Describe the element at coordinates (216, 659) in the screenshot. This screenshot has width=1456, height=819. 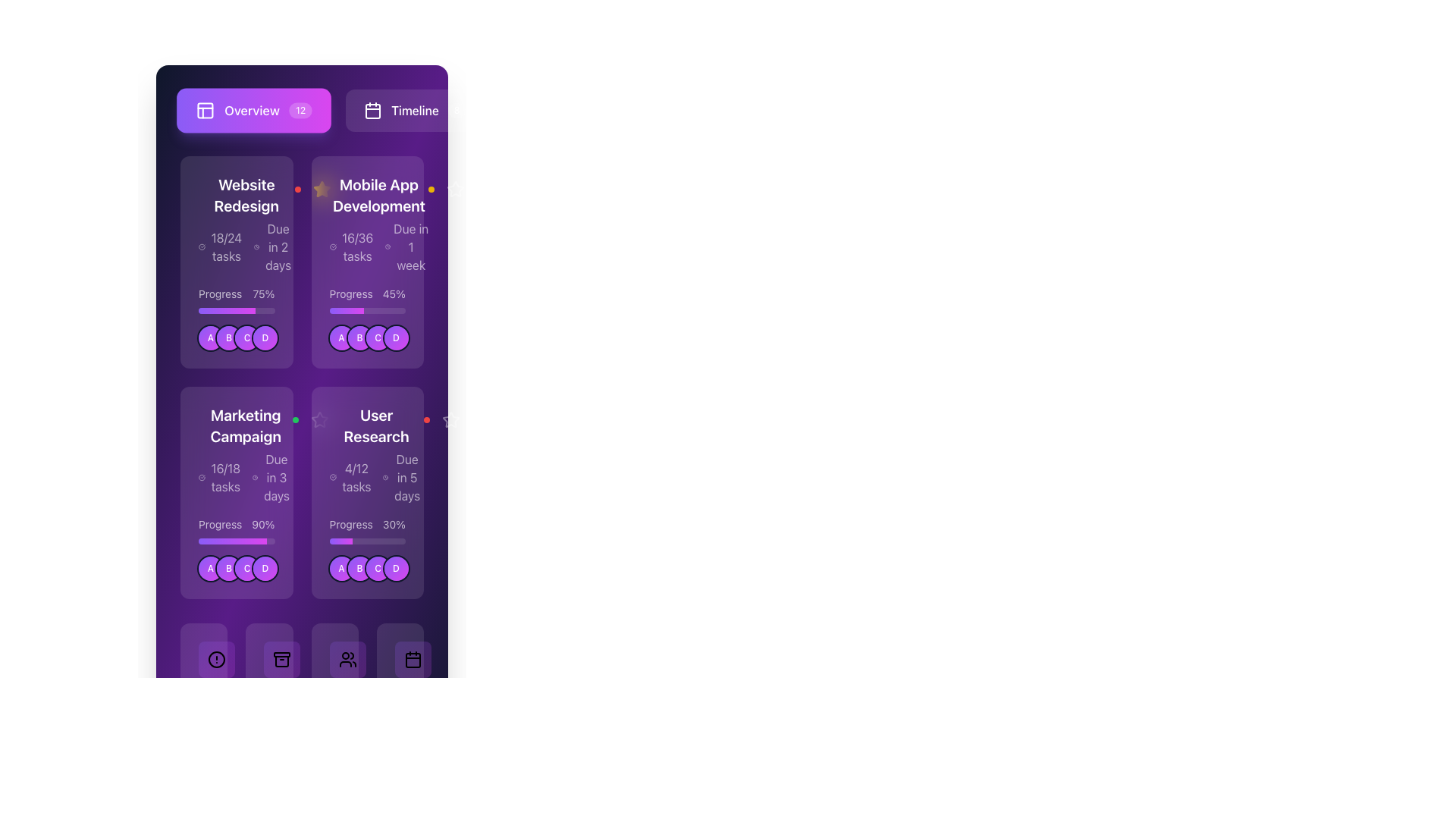
I see `the circular alert icon located in the bottom navigation bar at the far left, which indicates a warning or important status` at that location.